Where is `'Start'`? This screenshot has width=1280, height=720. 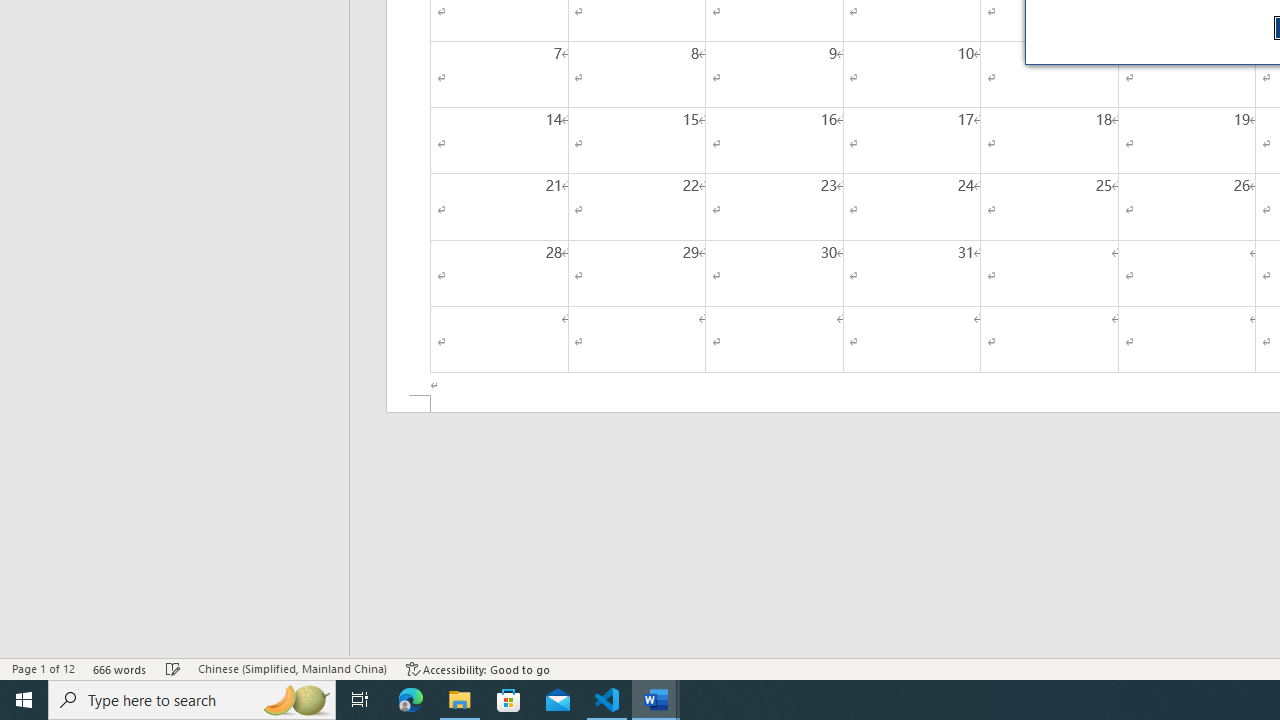
'Start' is located at coordinates (24, 698).